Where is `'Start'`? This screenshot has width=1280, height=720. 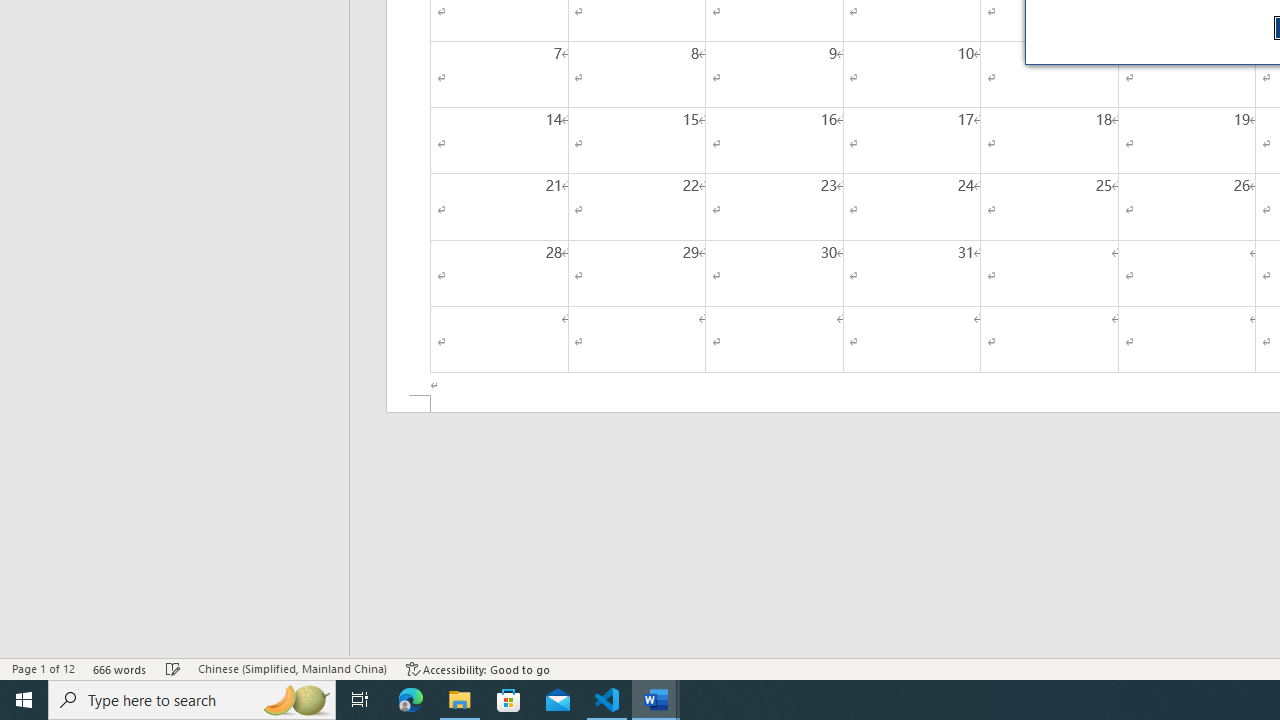
'Start' is located at coordinates (24, 698).